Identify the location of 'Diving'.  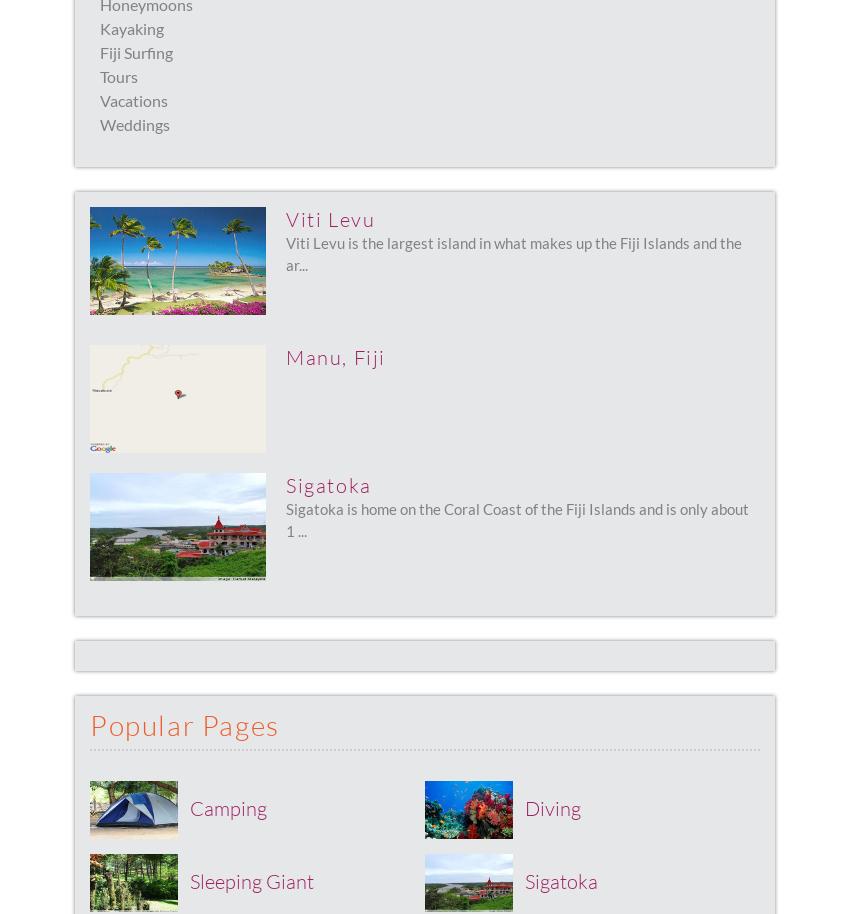
(552, 806).